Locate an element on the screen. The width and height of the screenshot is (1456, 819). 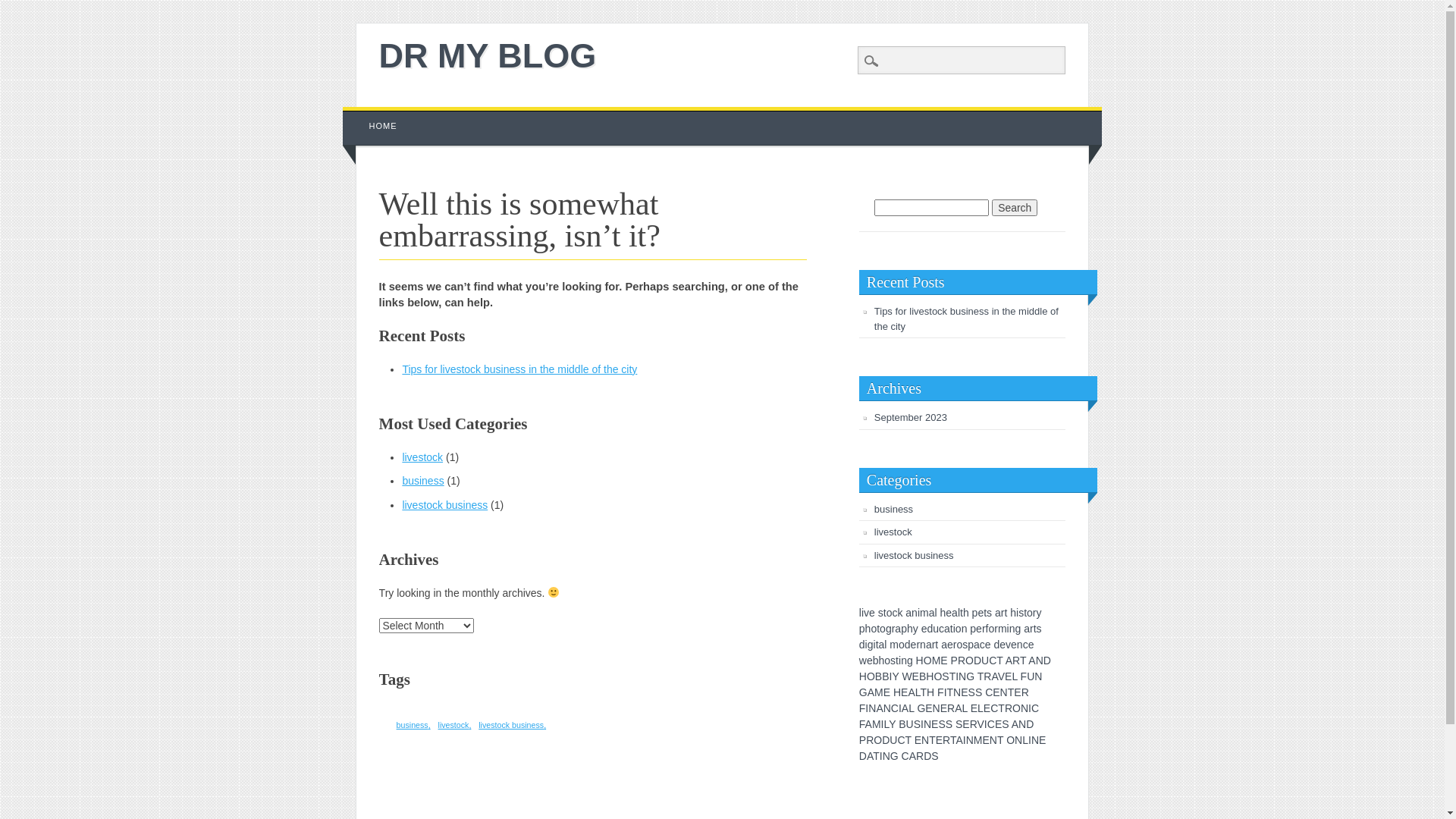
'U' is located at coordinates (985, 660).